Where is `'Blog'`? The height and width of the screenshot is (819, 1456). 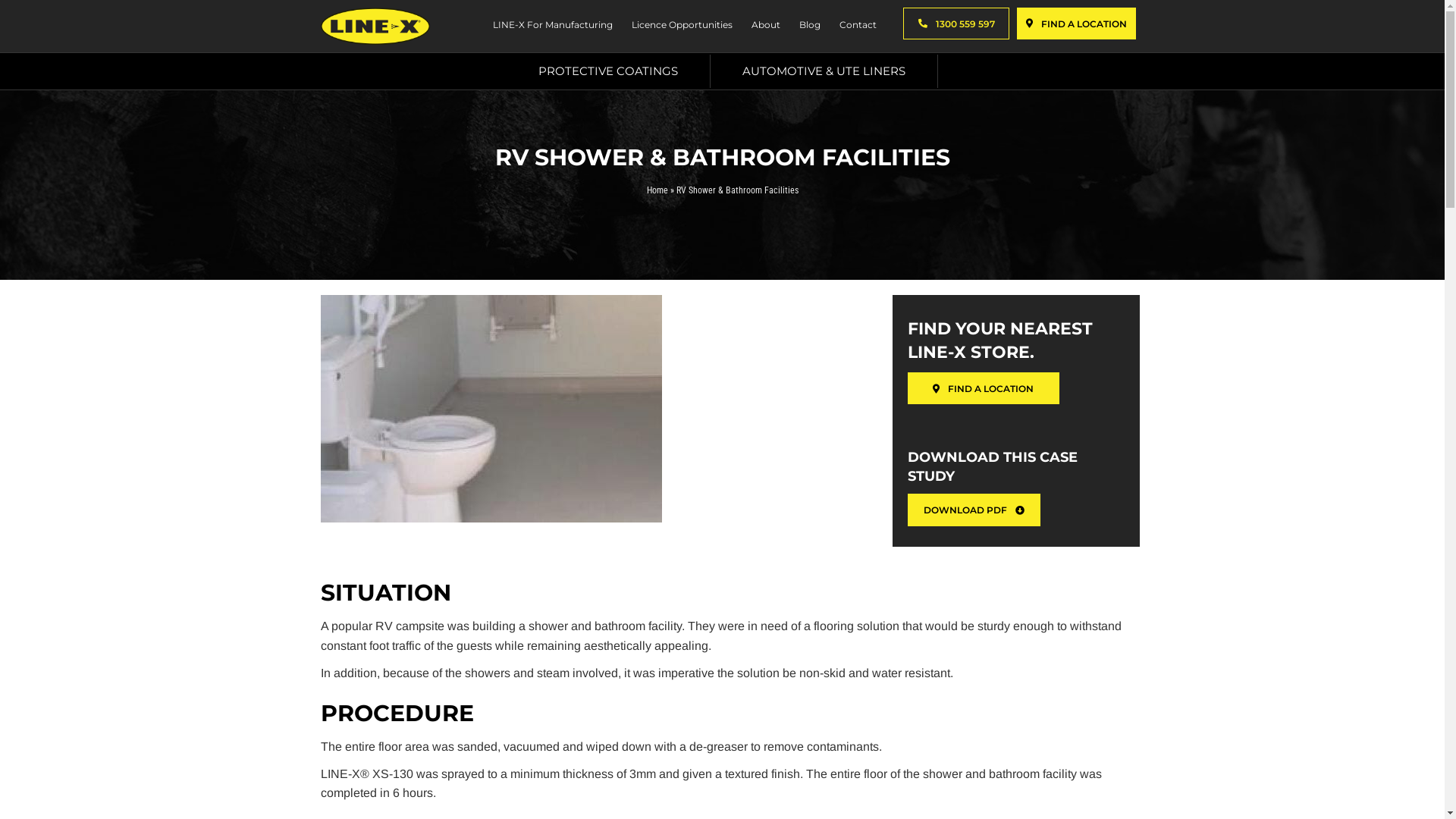
'Blog' is located at coordinates (807, 26).